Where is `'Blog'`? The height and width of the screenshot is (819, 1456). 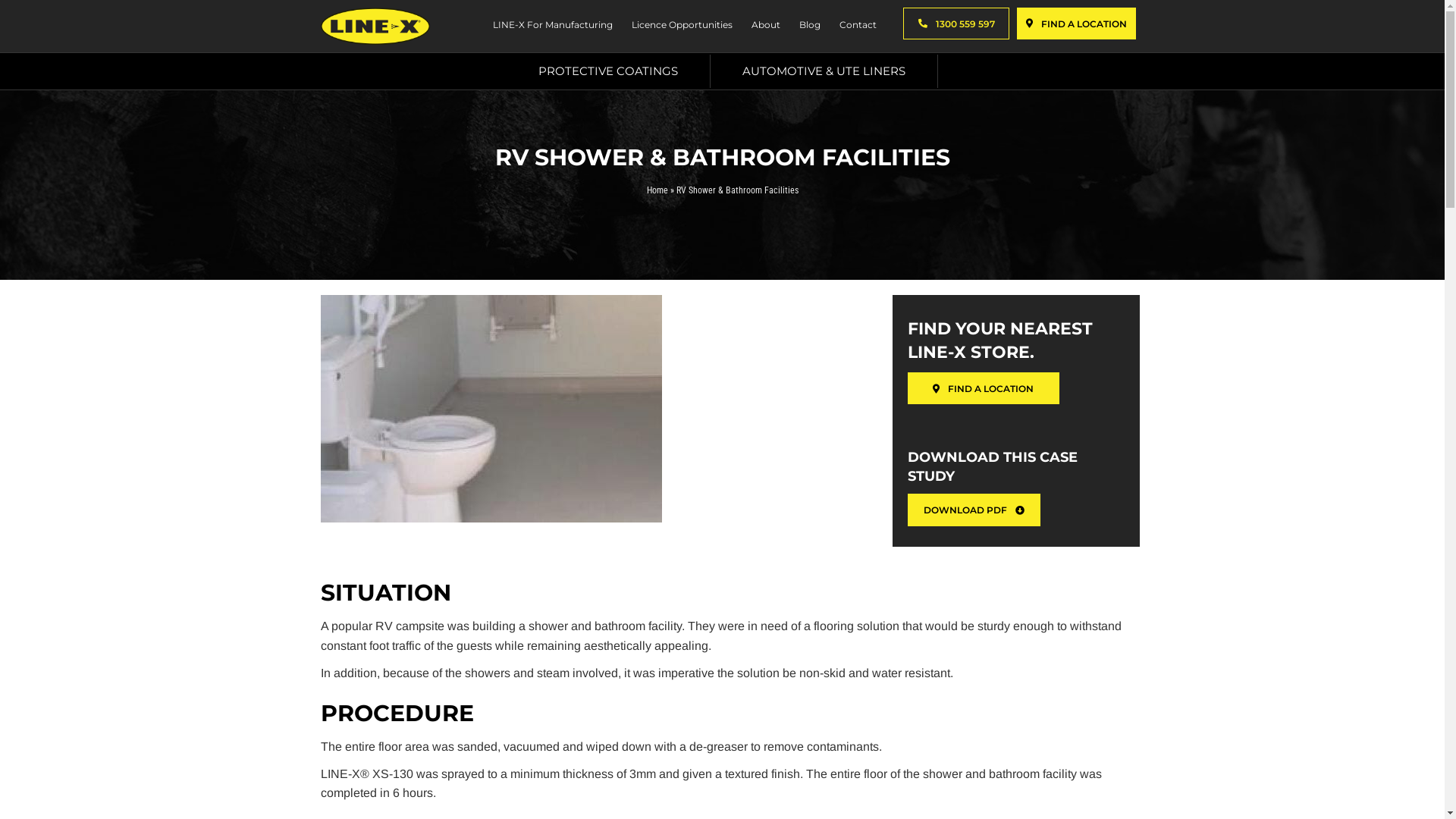
'Blog' is located at coordinates (807, 26).